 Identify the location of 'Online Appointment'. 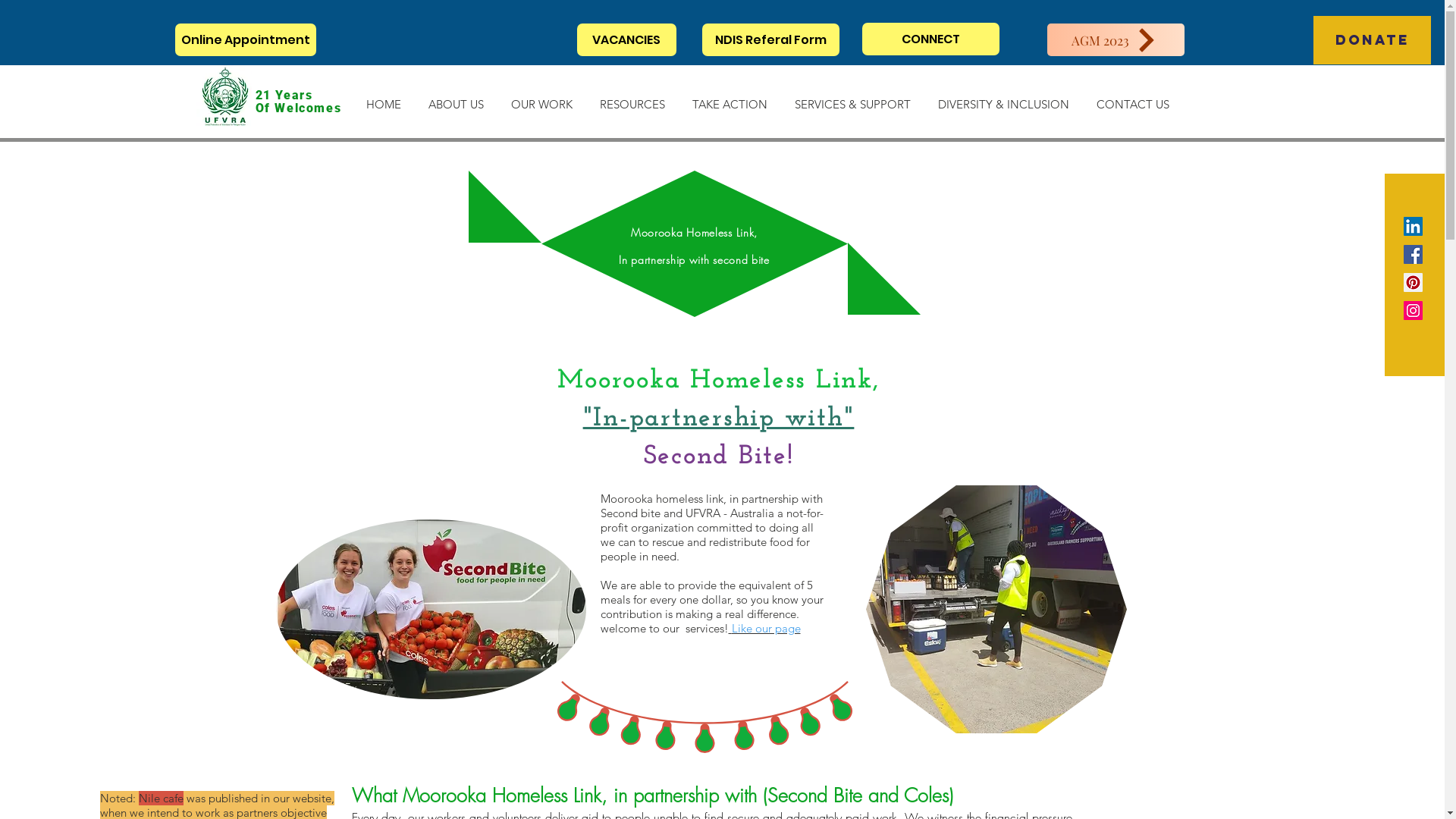
(244, 39).